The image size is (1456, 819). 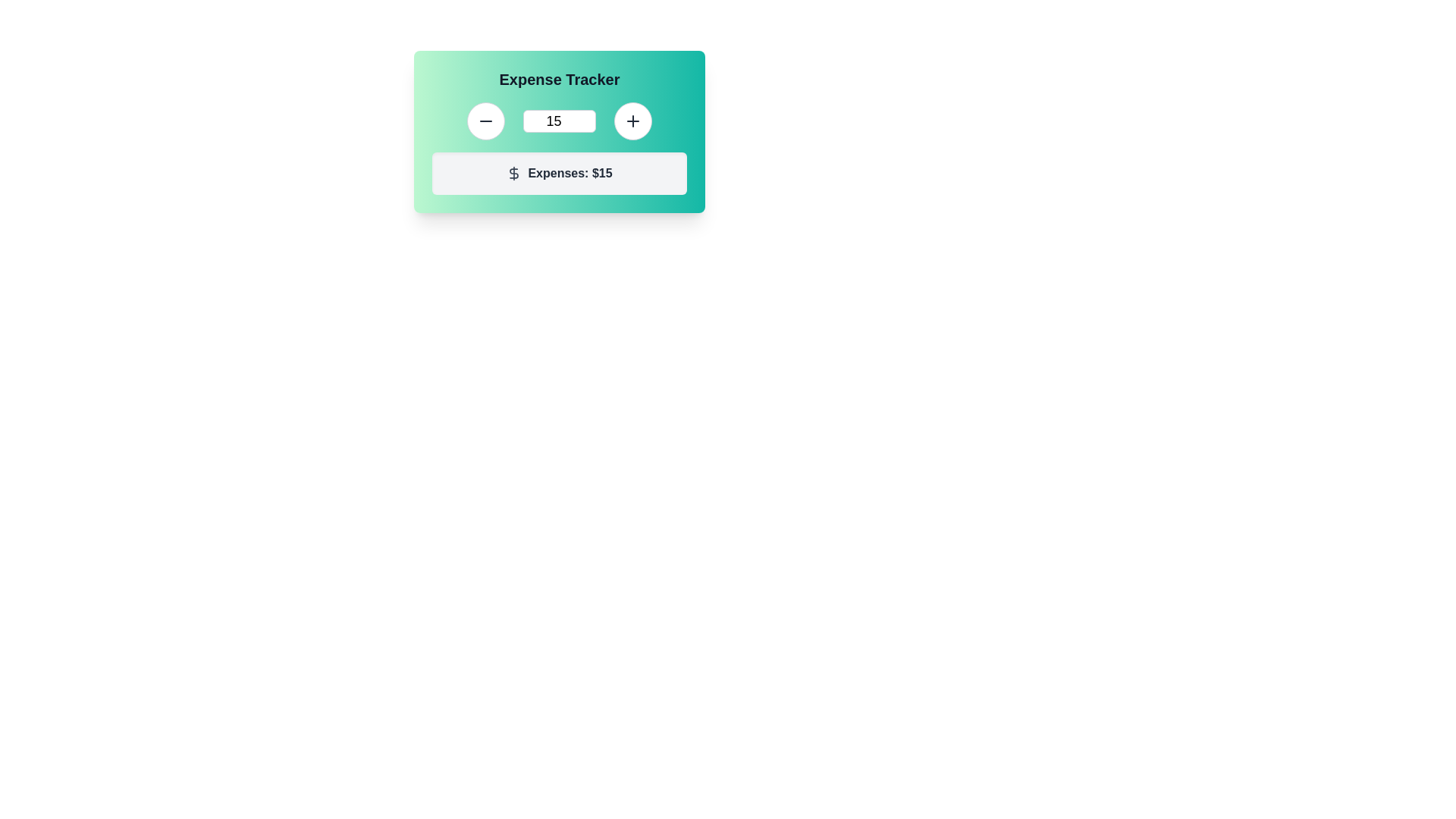 I want to click on the numeric text input field within the green gradient card titled 'Expense Tracker' by pressing the tab key, so click(x=559, y=120).